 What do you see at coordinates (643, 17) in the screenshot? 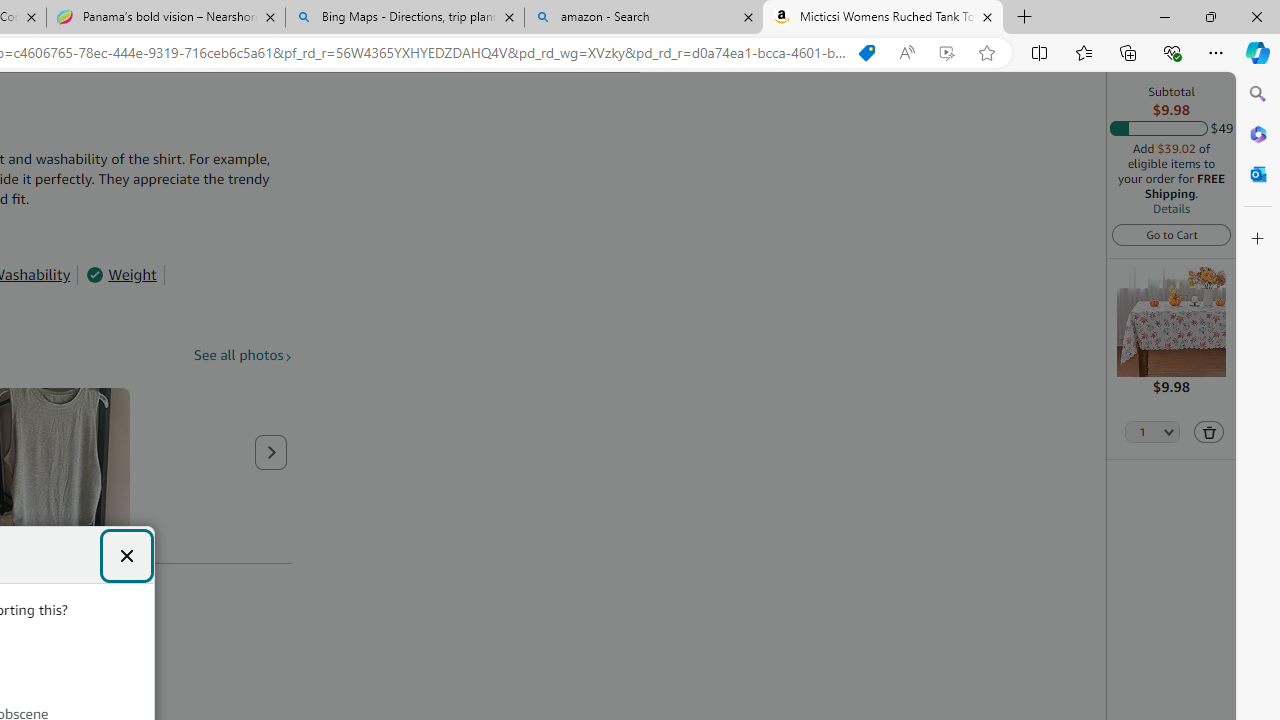
I see `'amazon - Search'` at bounding box center [643, 17].